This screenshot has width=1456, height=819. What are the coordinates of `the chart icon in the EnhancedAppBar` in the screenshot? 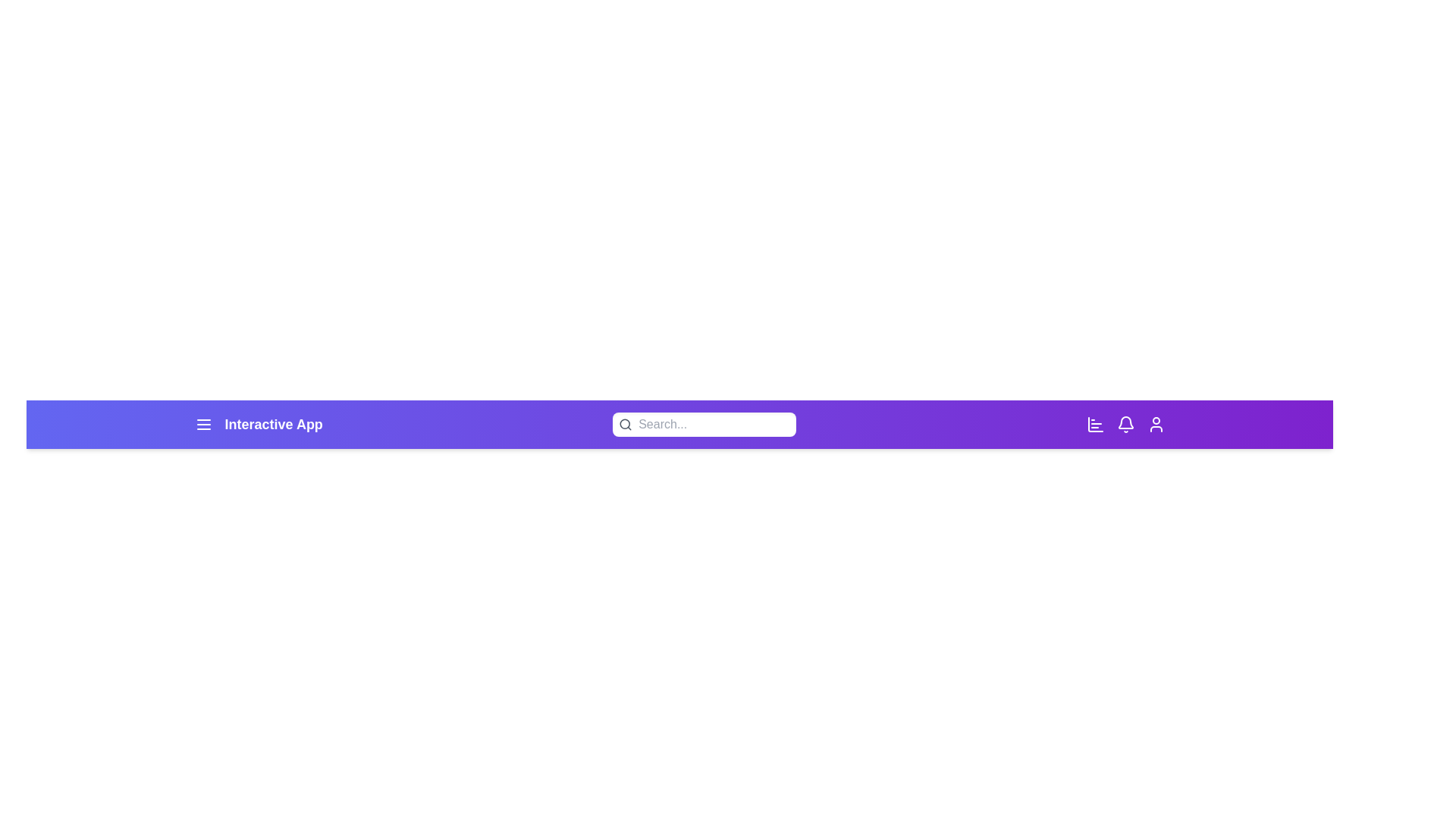 It's located at (1095, 424).